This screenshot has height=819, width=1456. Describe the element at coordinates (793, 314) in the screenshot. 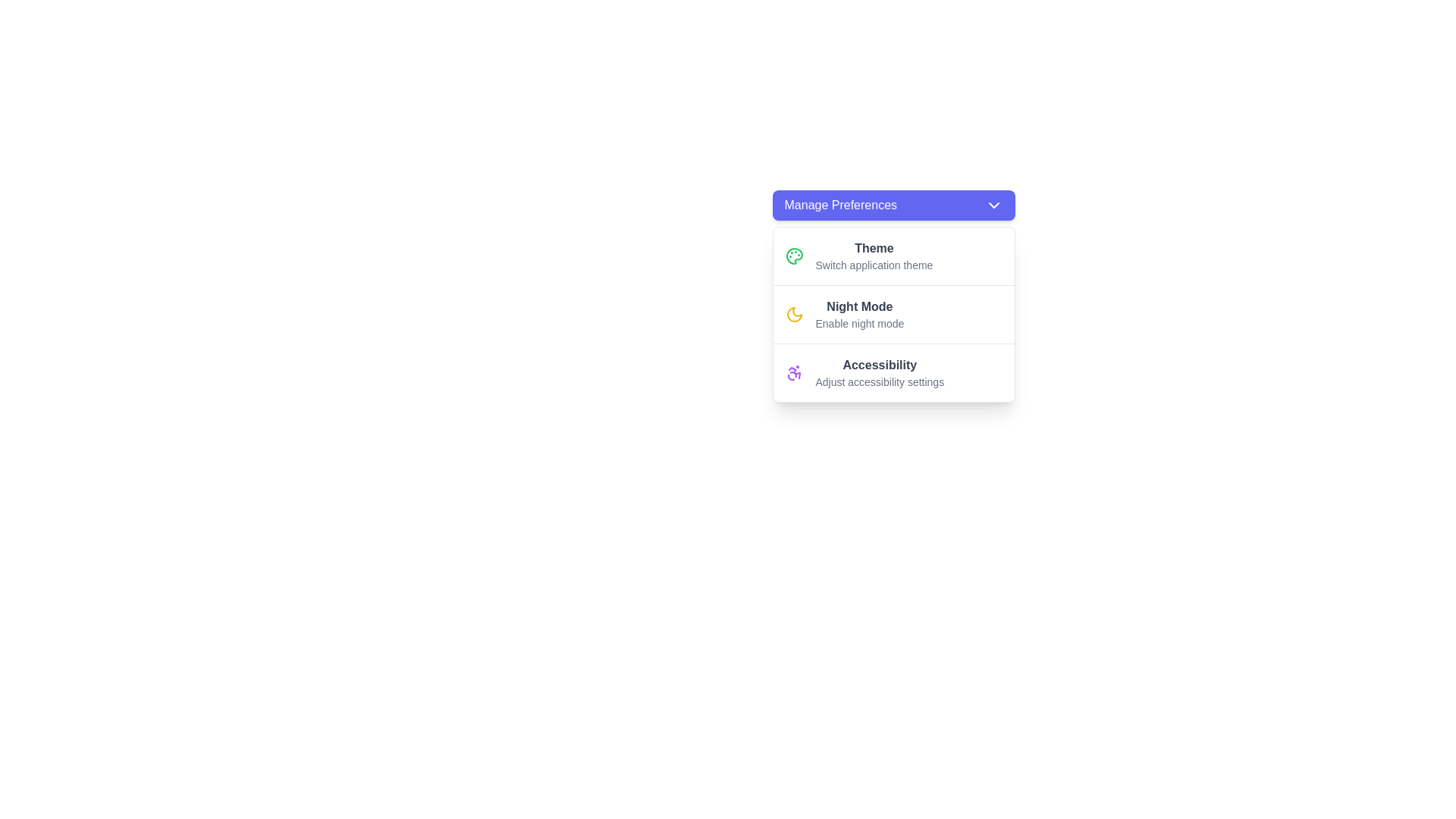

I see `the 'Night Mode' icon located in the dropdown menu, which signifies the option to toggle Night Mode` at that location.